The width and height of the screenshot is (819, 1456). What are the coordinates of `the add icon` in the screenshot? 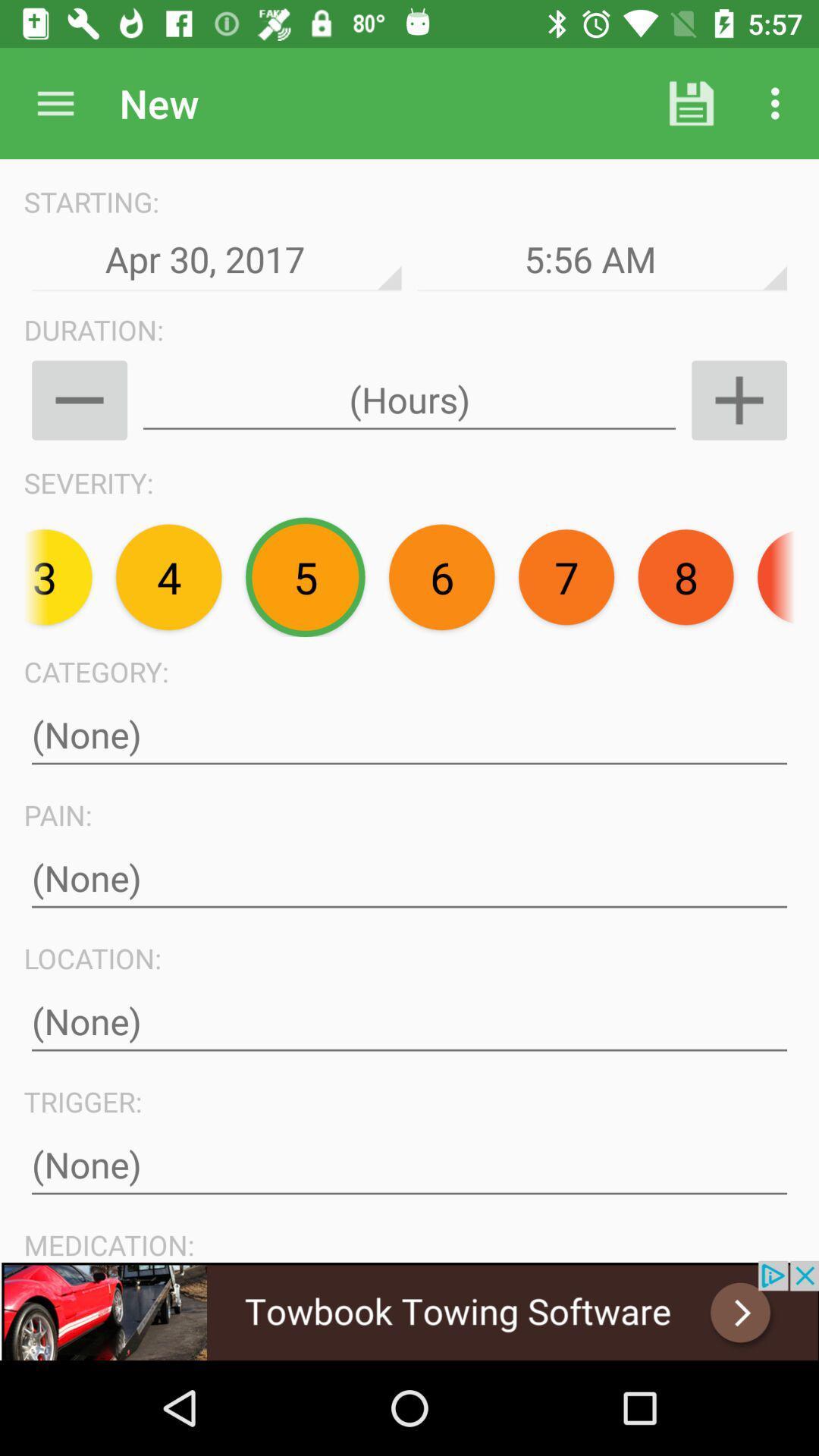 It's located at (739, 400).